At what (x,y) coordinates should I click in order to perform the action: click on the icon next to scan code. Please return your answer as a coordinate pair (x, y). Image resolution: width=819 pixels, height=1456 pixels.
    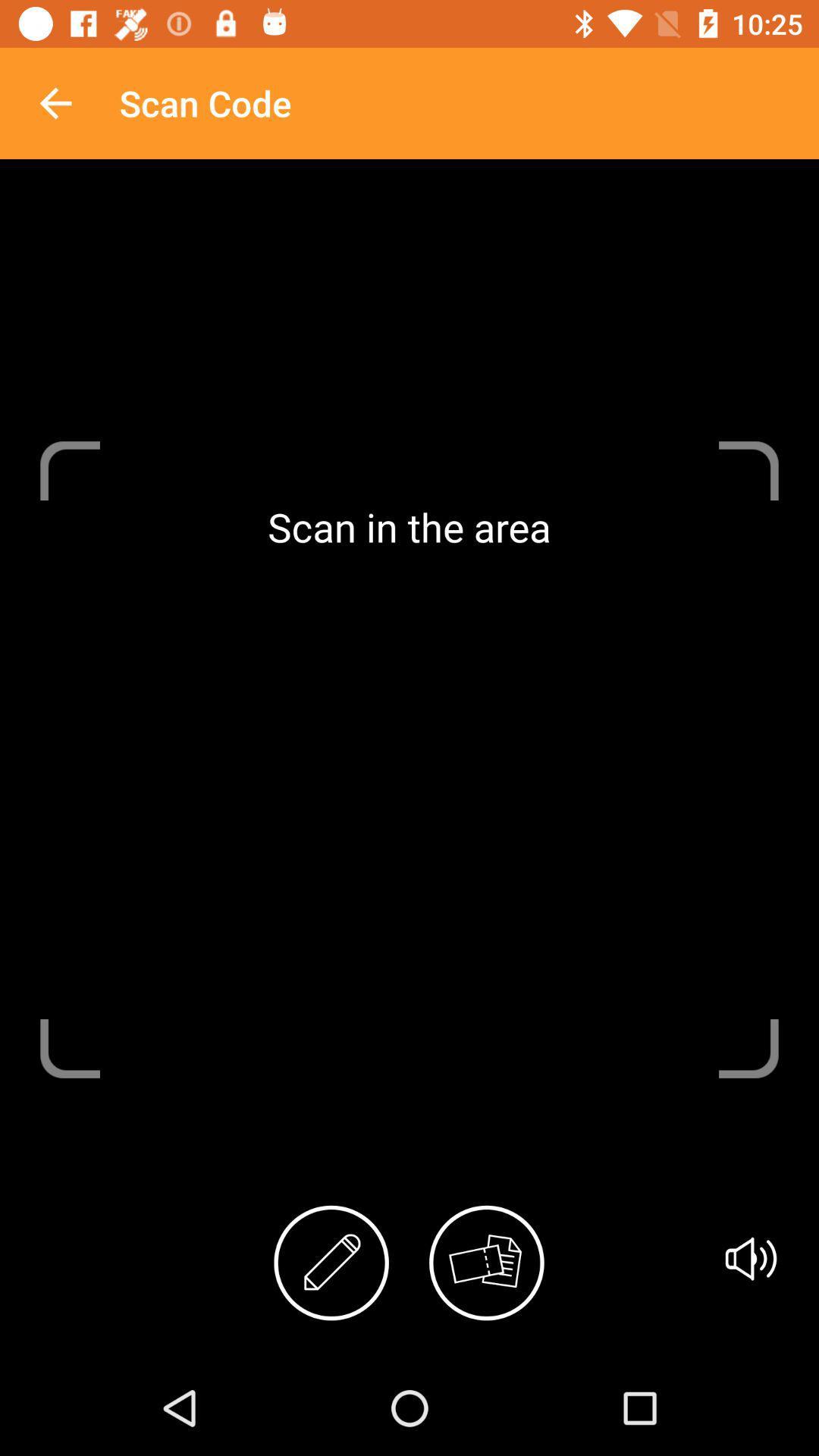
    Looking at the image, I should click on (55, 102).